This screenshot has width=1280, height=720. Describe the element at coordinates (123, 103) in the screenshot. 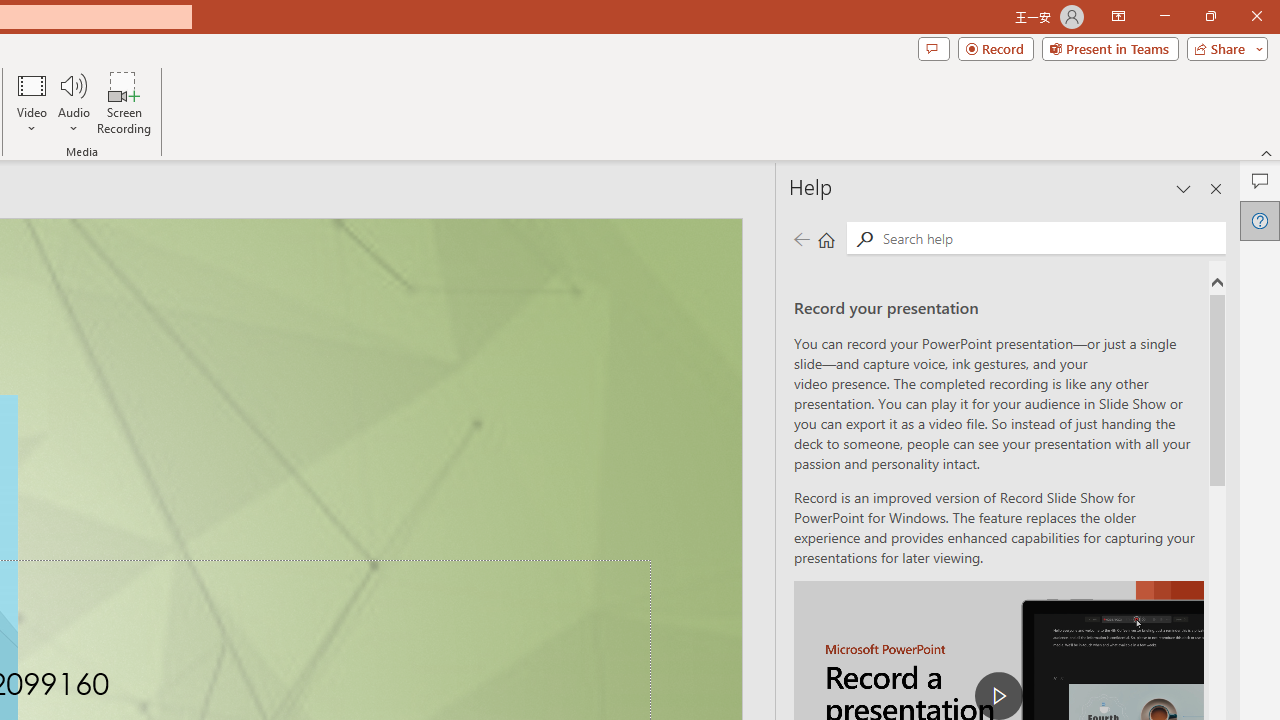

I see `'Screen Recording...'` at that location.